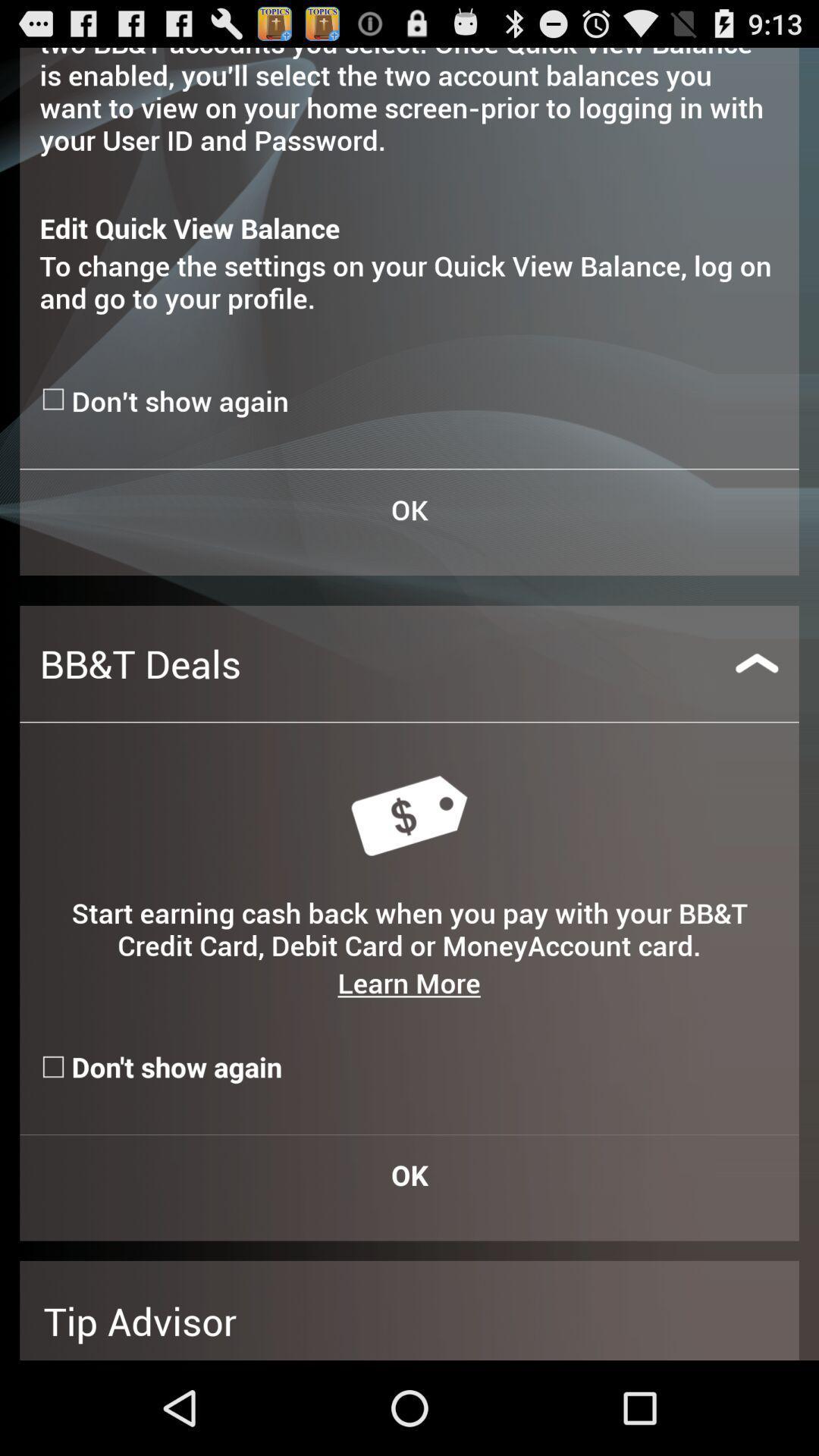 The width and height of the screenshot is (819, 1456). I want to click on the item below start earning cash icon, so click(408, 983).